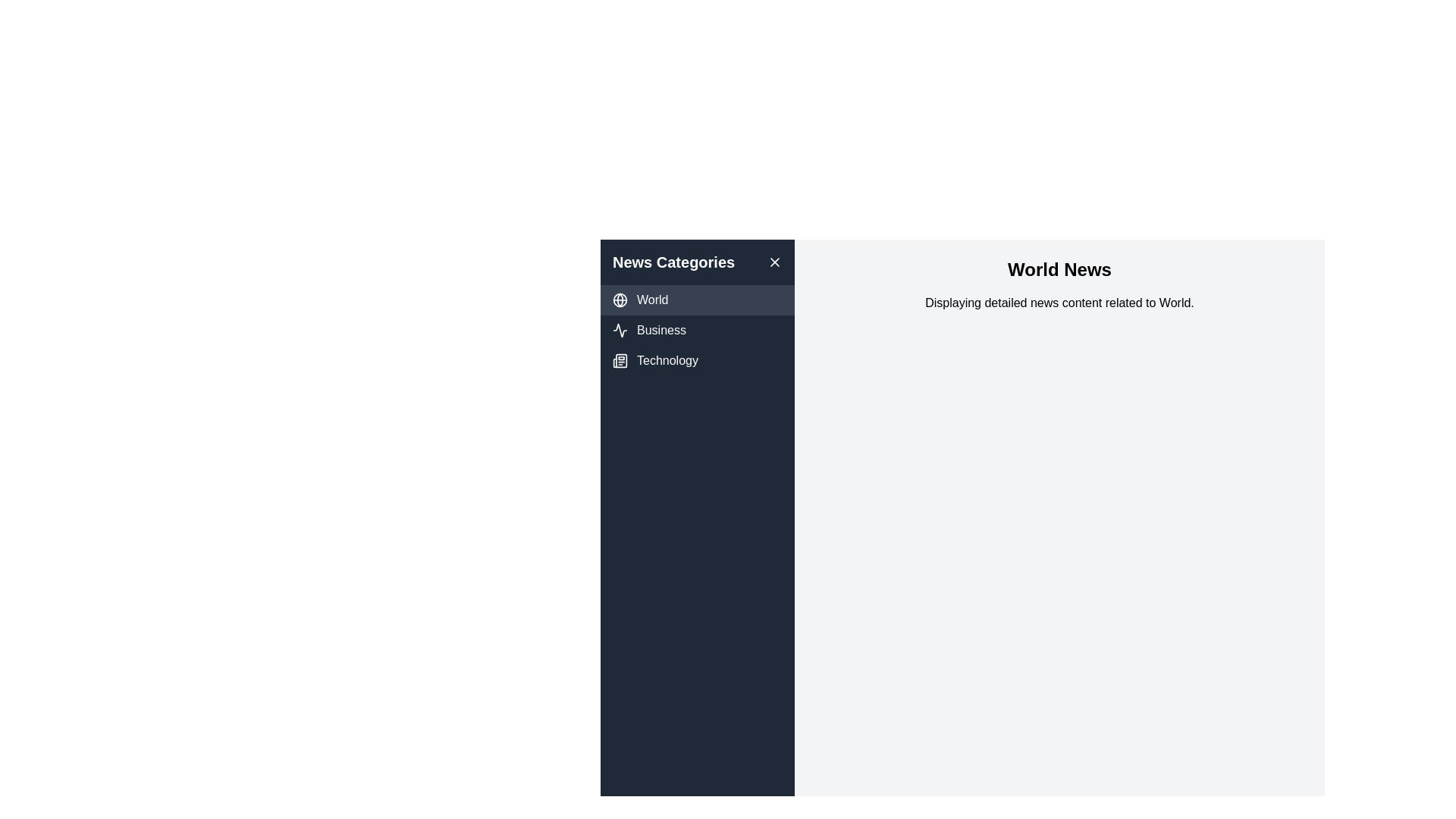 This screenshot has height=819, width=1456. What do you see at coordinates (697, 300) in the screenshot?
I see `the news category World from the list` at bounding box center [697, 300].